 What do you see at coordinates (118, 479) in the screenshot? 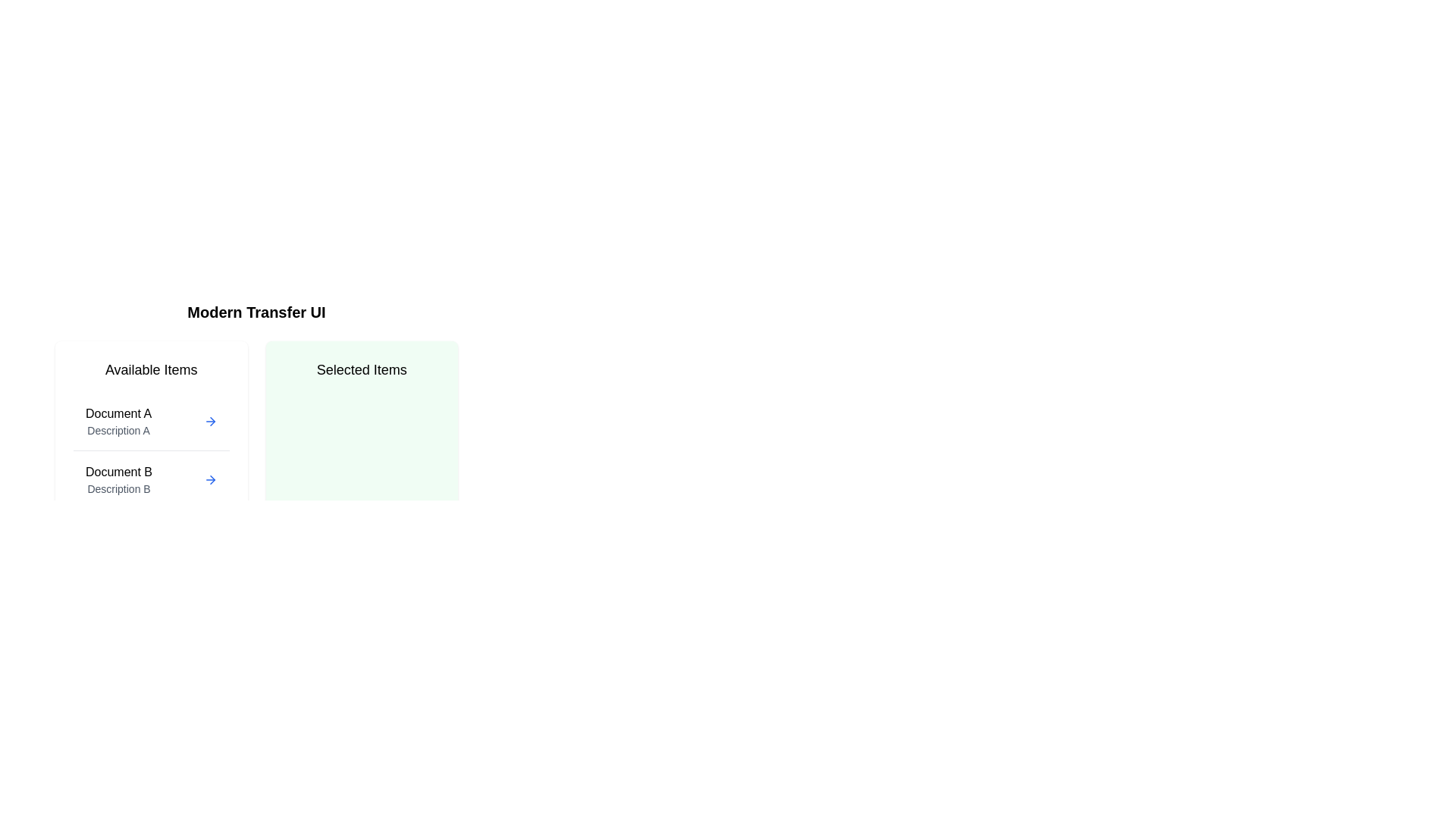
I see `the text label displaying 'Document B' and 'Description B' located in the 'Available Items' section as the second item in the list` at bounding box center [118, 479].